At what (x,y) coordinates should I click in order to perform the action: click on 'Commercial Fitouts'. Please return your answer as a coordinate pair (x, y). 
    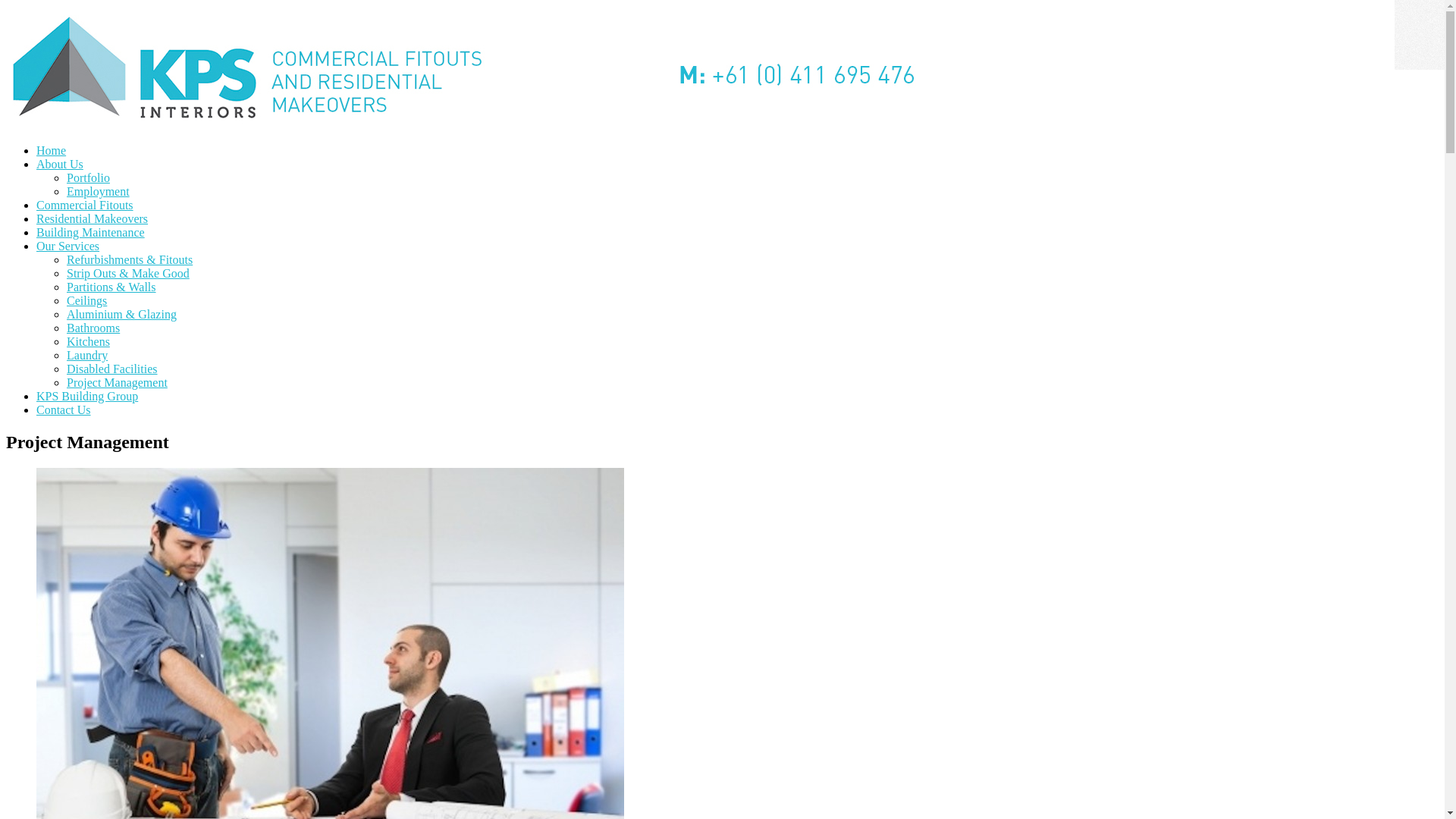
    Looking at the image, I should click on (83, 205).